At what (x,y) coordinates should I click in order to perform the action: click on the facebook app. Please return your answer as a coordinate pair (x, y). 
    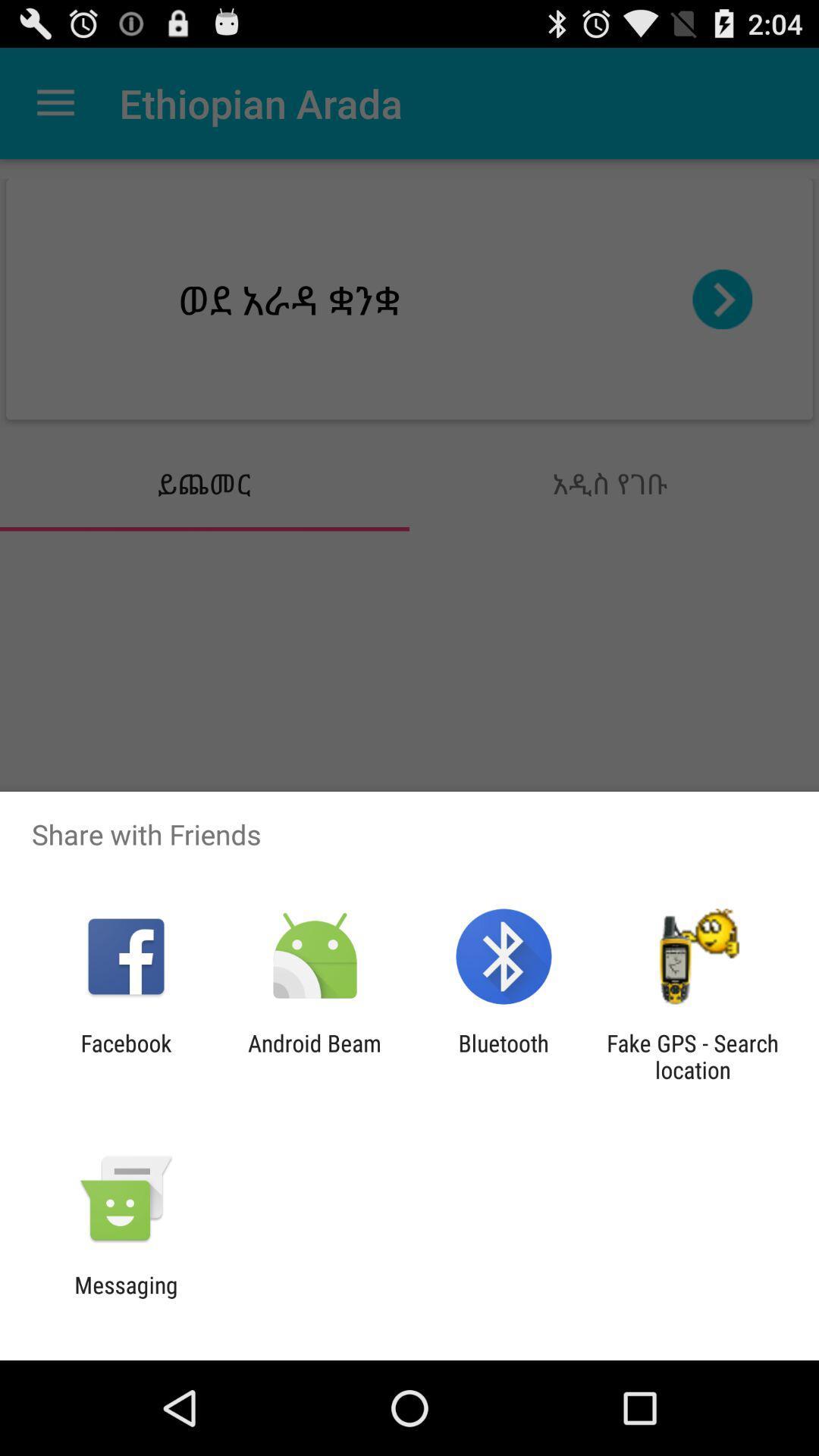
    Looking at the image, I should click on (125, 1056).